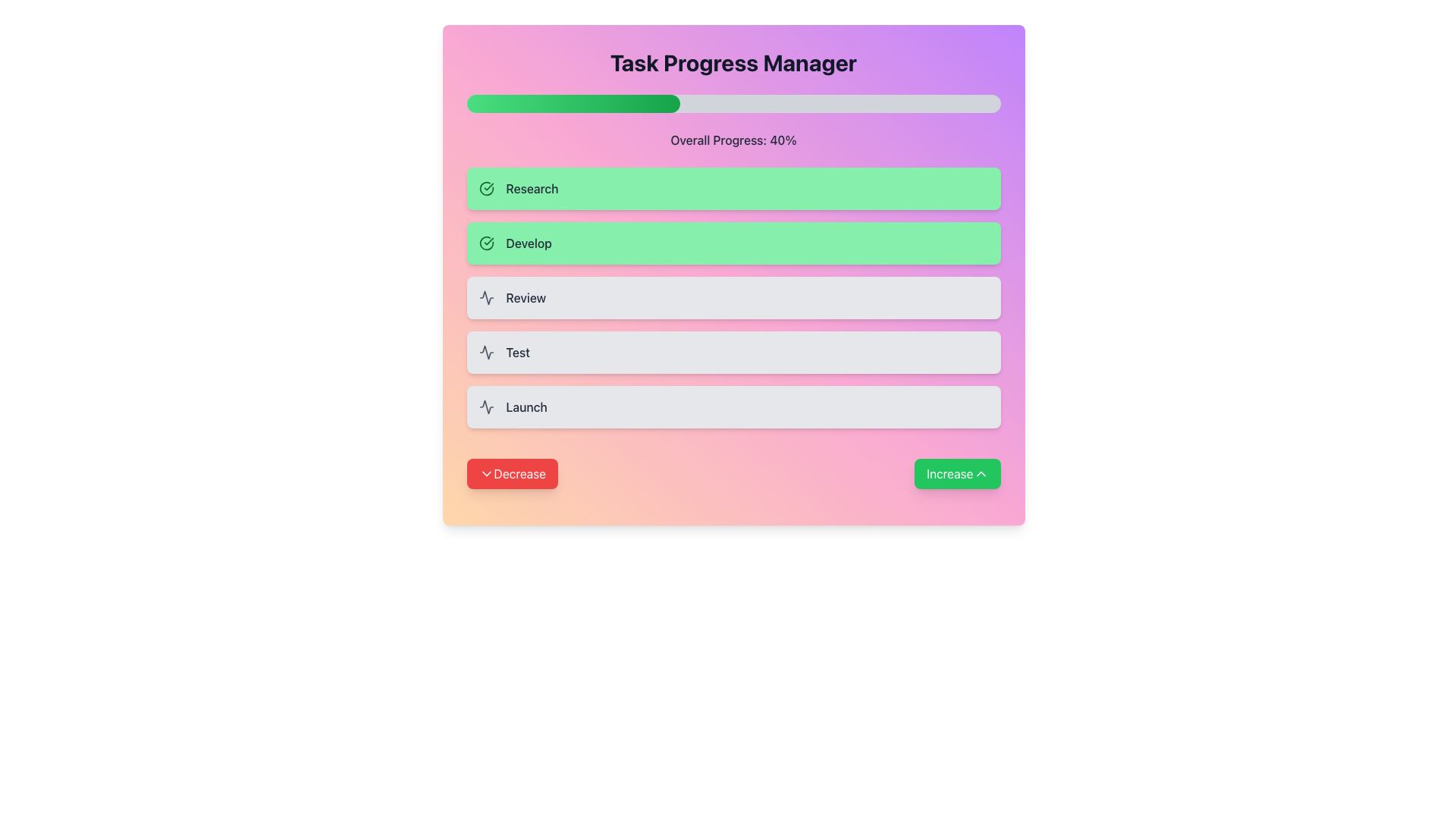 This screenshot has width=1456, height=819. What do you see at coordinates (486, 406) in the screenshot?
I see `the decorative icon representing the 'Launch' task option, which is positioned on the far left of the 'Launch' row adjacent to the text 'Launch'` at bounding box center [486, 406].